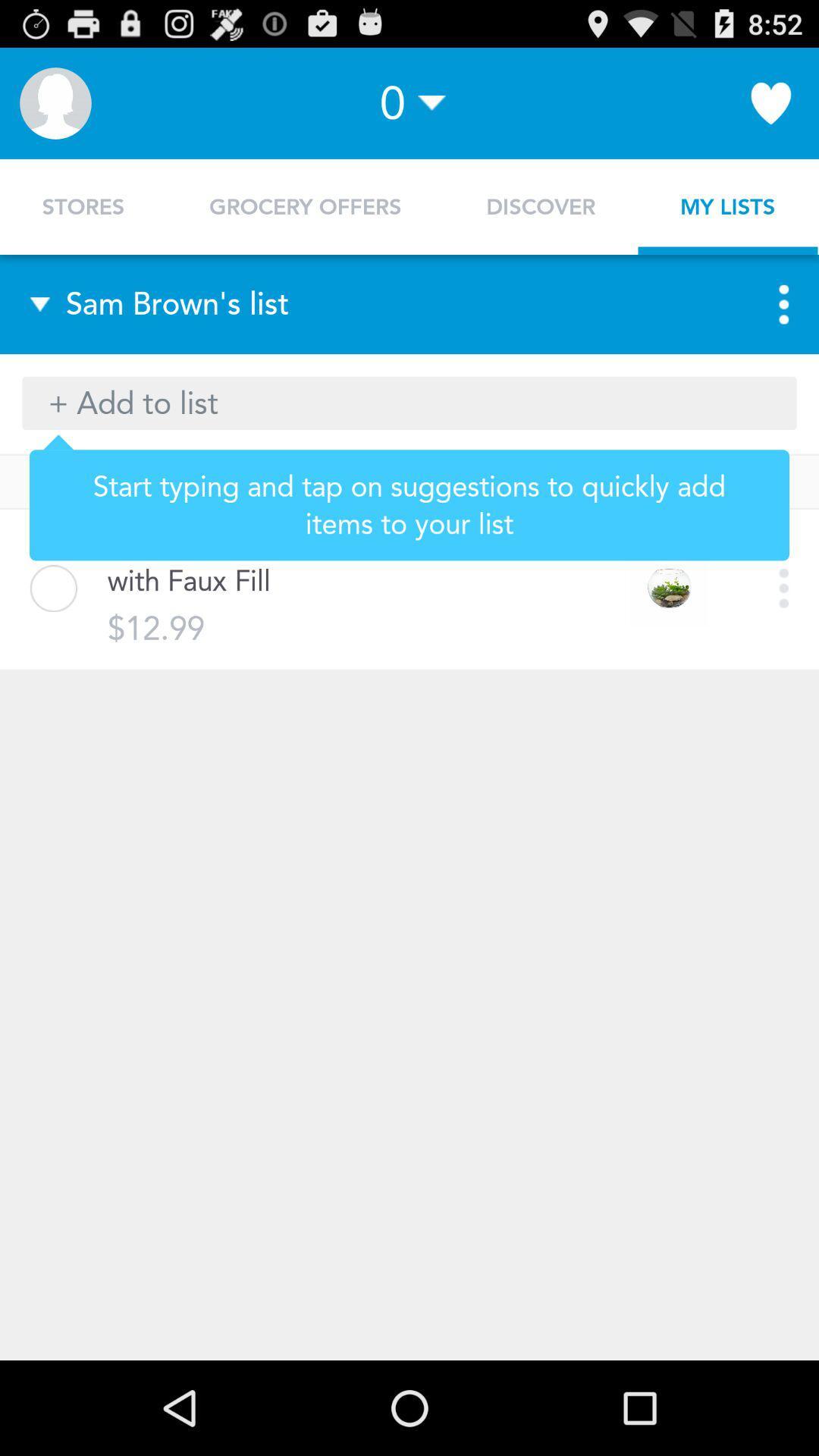  What do you see at coordinates (769, 325) in the screenshot?
I see `the more icon` at bounding box center [769, 325].